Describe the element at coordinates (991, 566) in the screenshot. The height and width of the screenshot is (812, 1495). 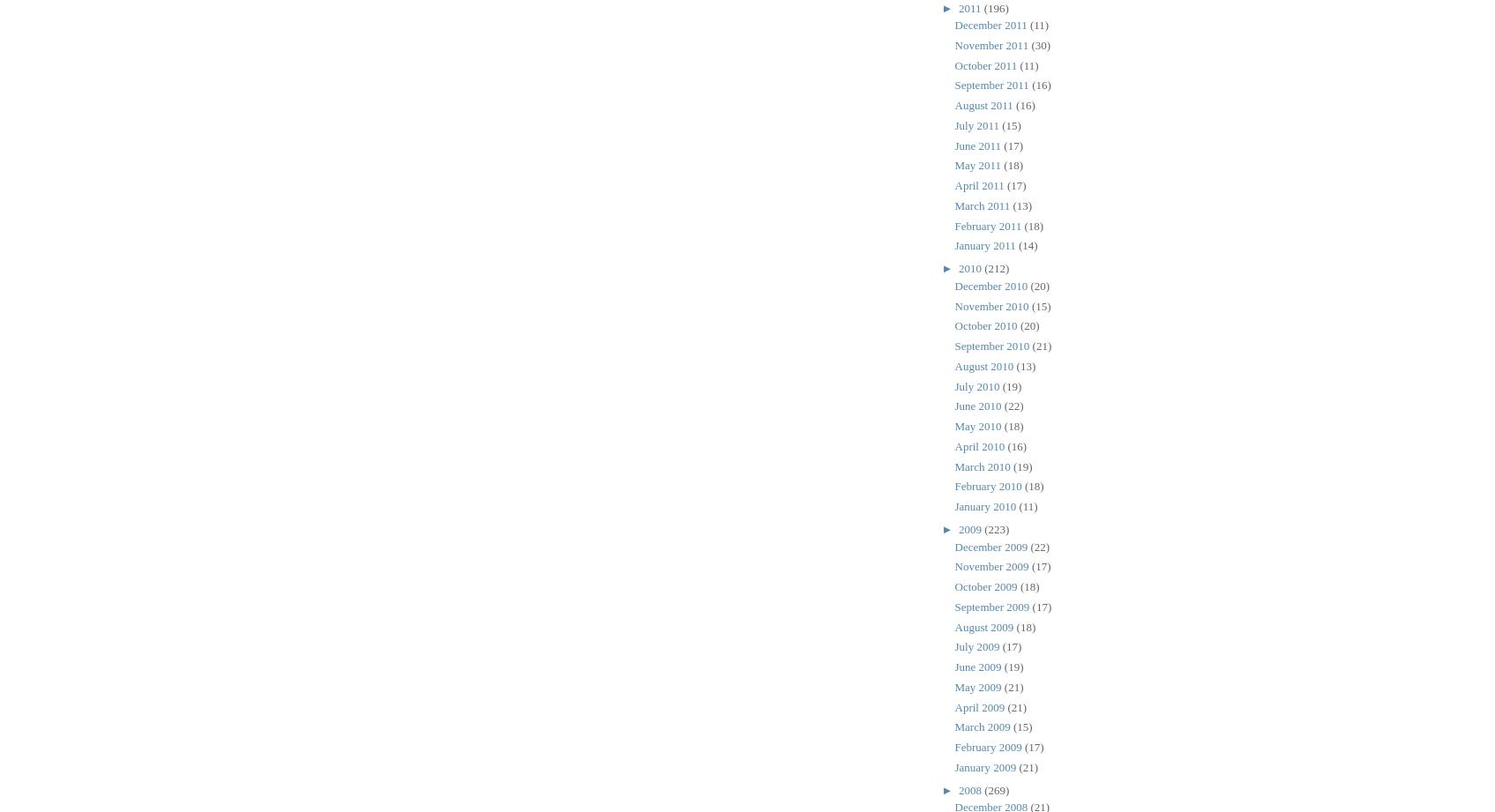
I see `'November 2009'` at that location.